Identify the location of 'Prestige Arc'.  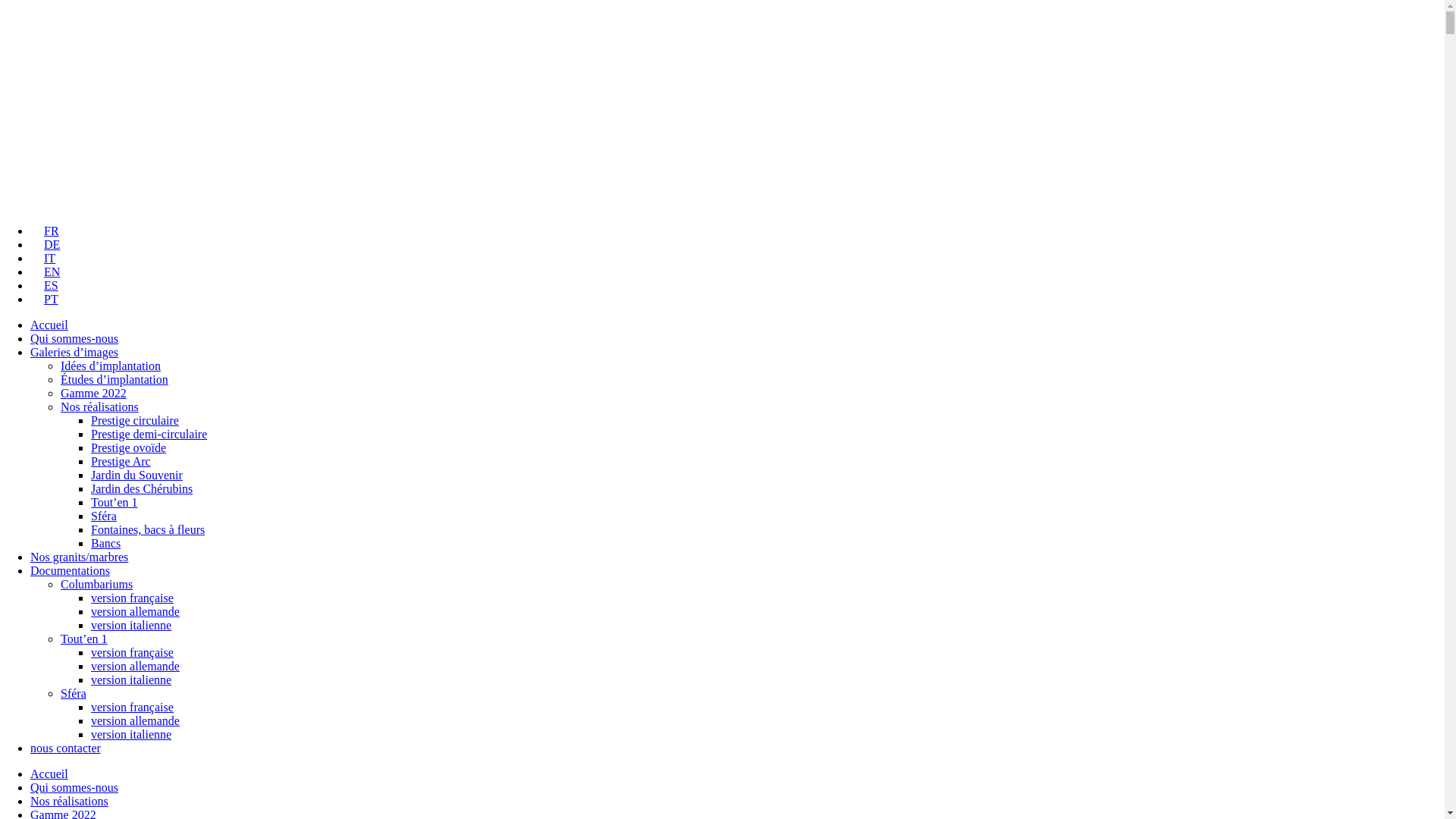
(90, 460).